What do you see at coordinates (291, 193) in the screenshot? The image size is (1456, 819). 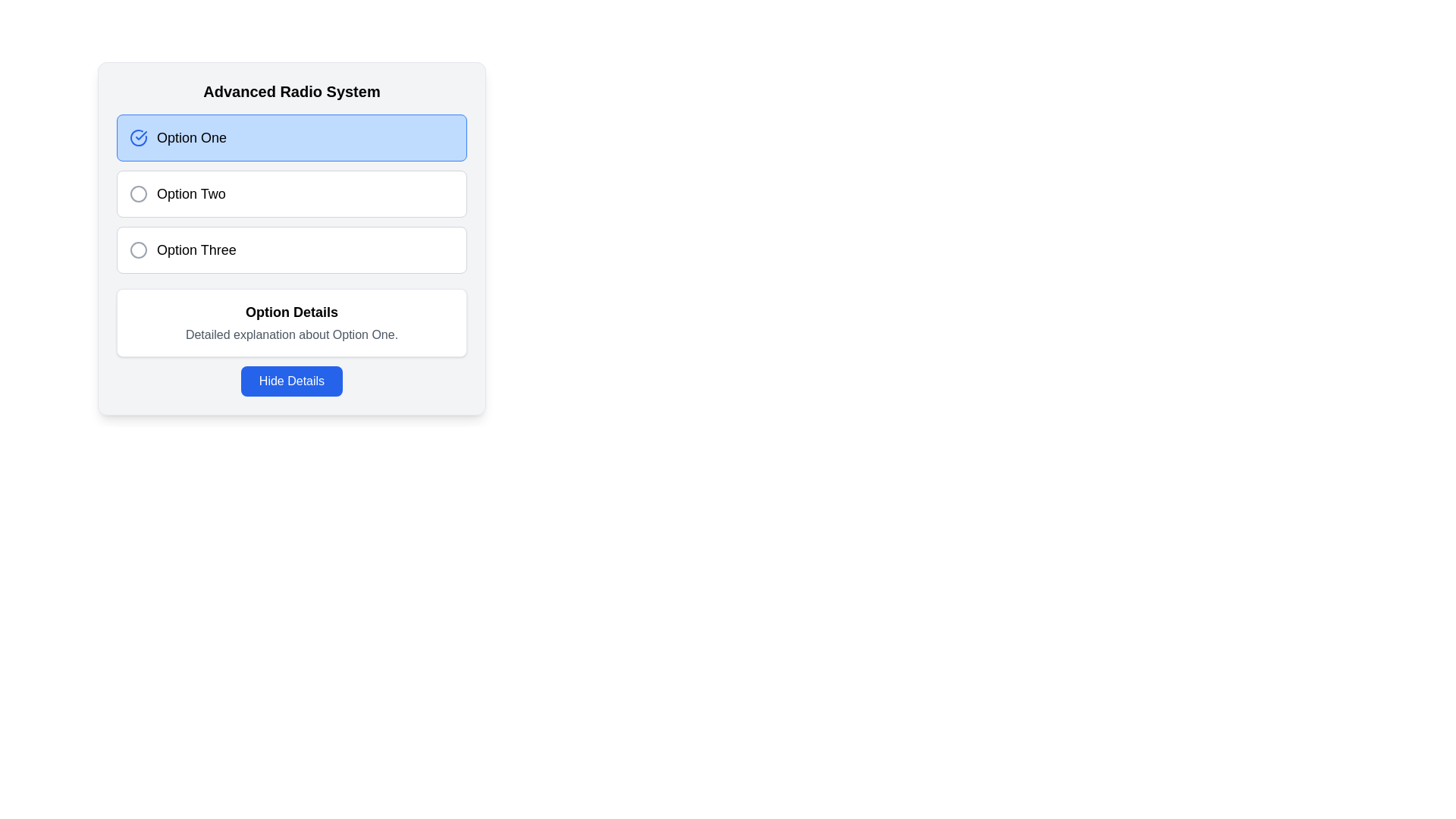 I see `the radio button options in the Radiogroup titled 'Advanced Radio System'` at bounding box center [291, 193].